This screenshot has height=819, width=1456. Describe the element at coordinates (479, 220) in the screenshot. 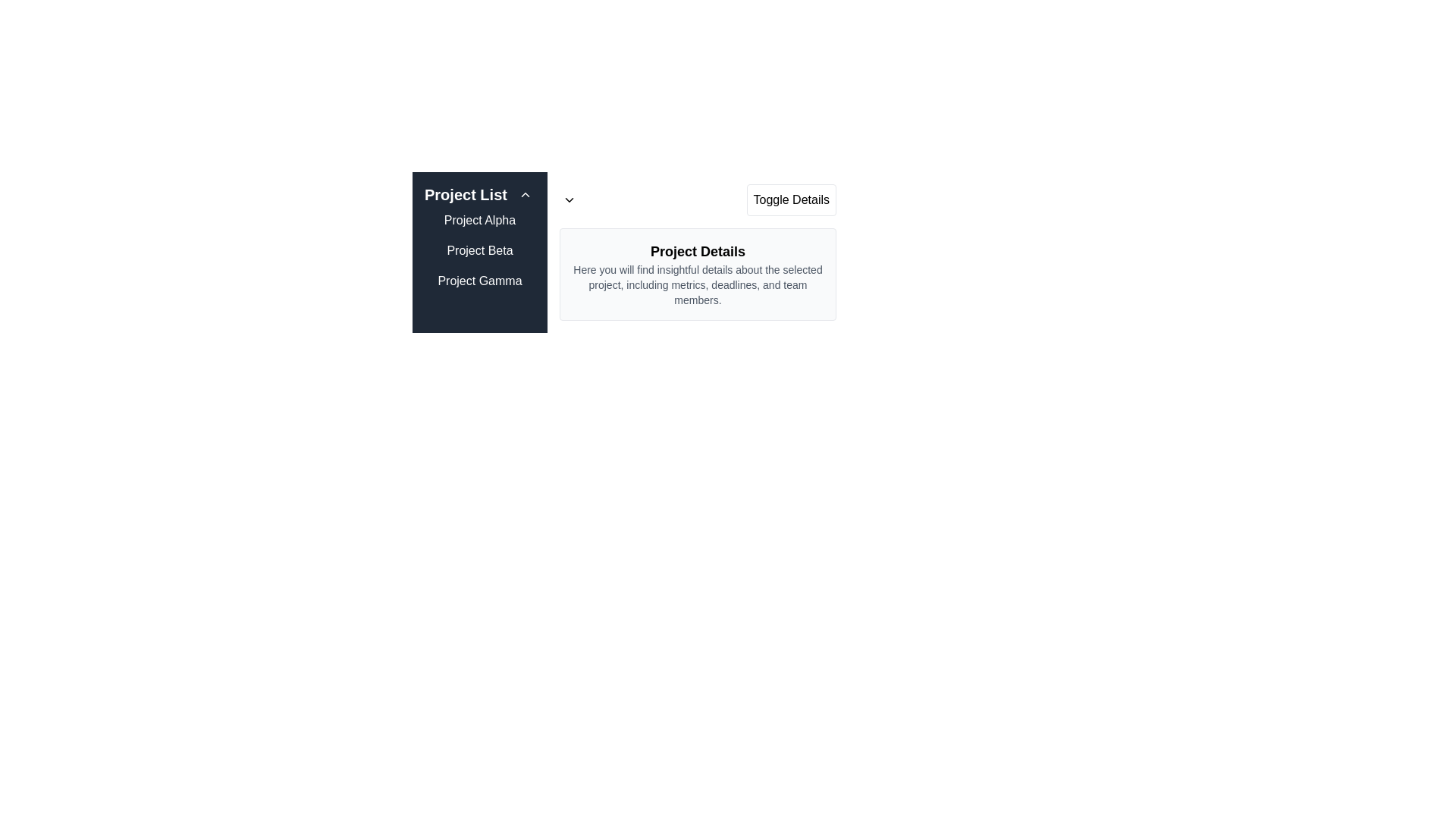

I see `the first item in the 'Project List' labeled 'Project Alpha', which is positioned above 'Project Beta' and 'Project Gamma'` at that location.